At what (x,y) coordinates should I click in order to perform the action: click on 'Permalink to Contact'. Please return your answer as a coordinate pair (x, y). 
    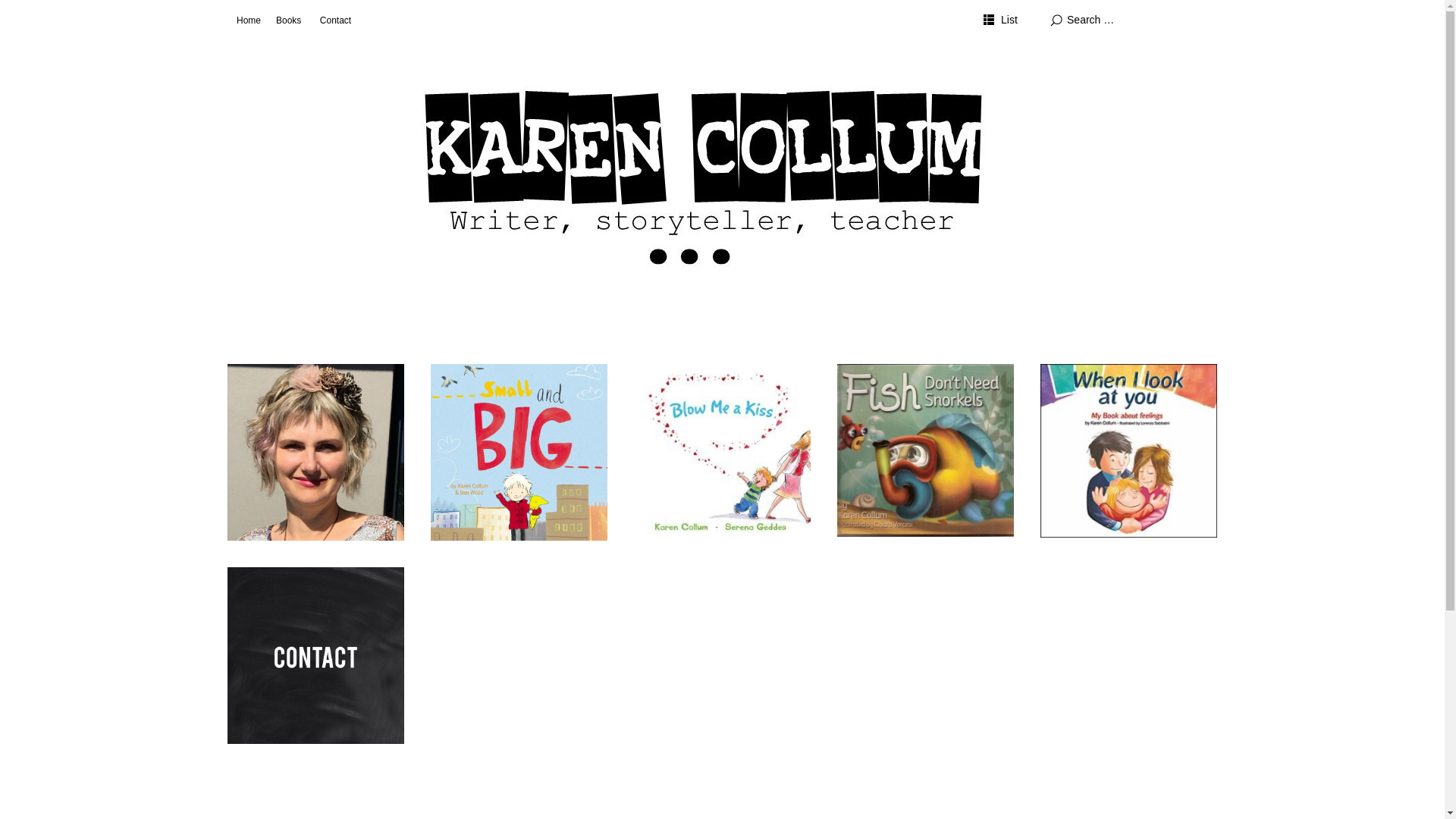
    Looking at the image, I should click on (315, 654).